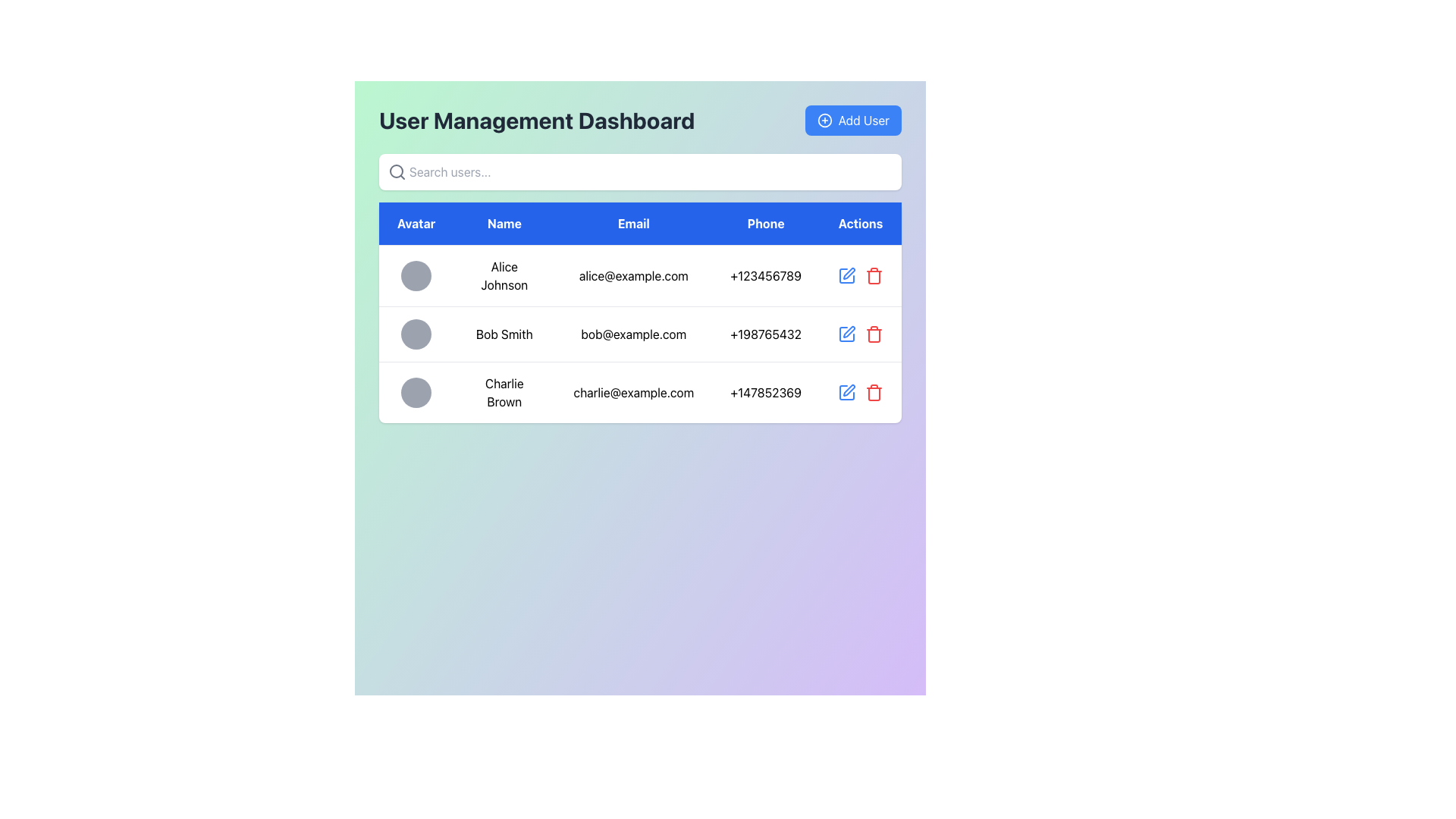 Image resolution: width=1456 pixels, height=819 pixels. What do you see at coordinates (640, 224) in the screenshot?
I see `the header row in the table with a blue background and white text containing the labels 'Avatar,' 'Name,' 'Email,' 'Phone,' and 'Actions.'` at bounding box center [640, 224].